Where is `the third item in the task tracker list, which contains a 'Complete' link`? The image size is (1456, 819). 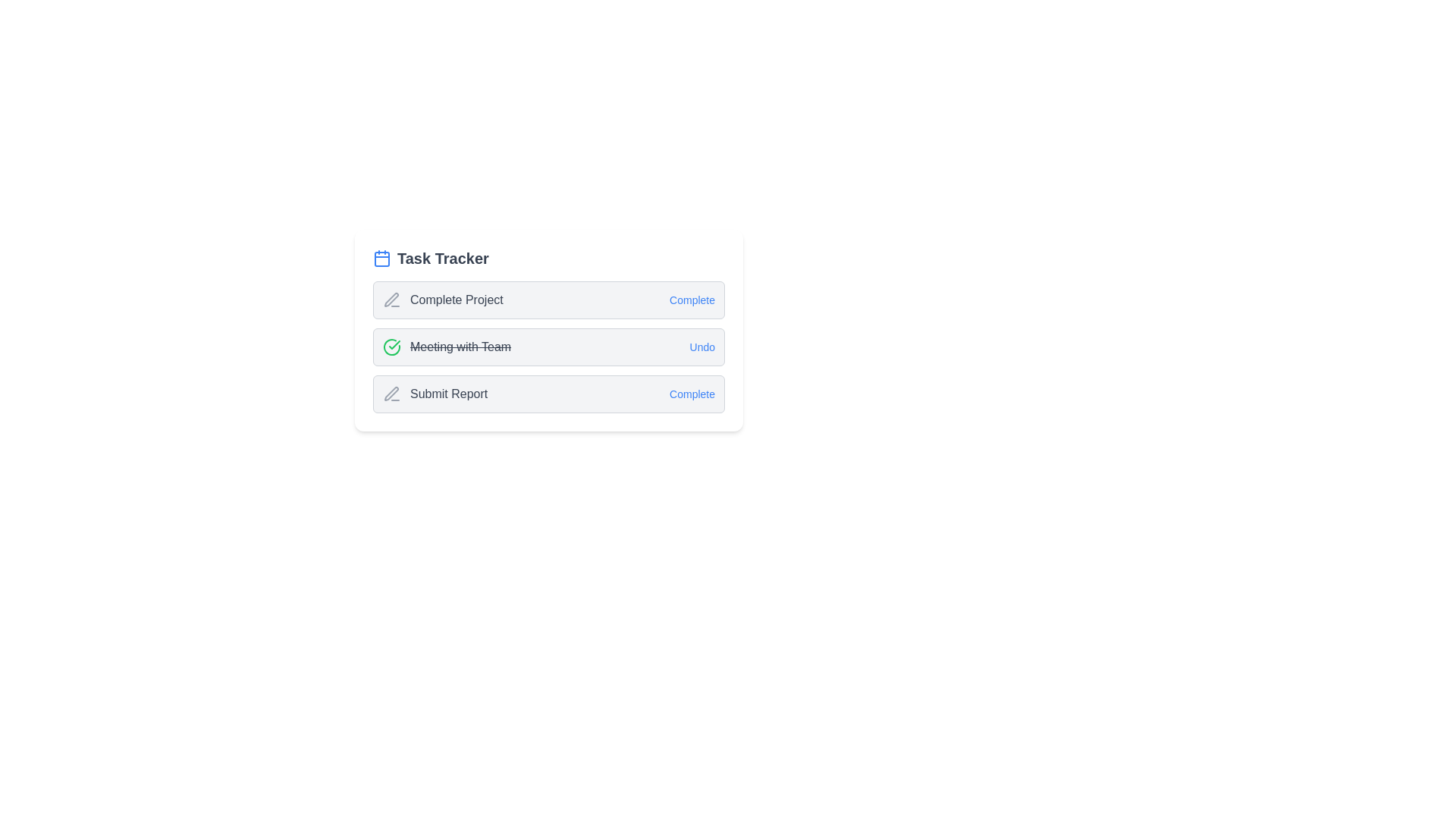
the third item in the task tracker list, which contains a 'Complete' link is located at coordinates (548, 394).